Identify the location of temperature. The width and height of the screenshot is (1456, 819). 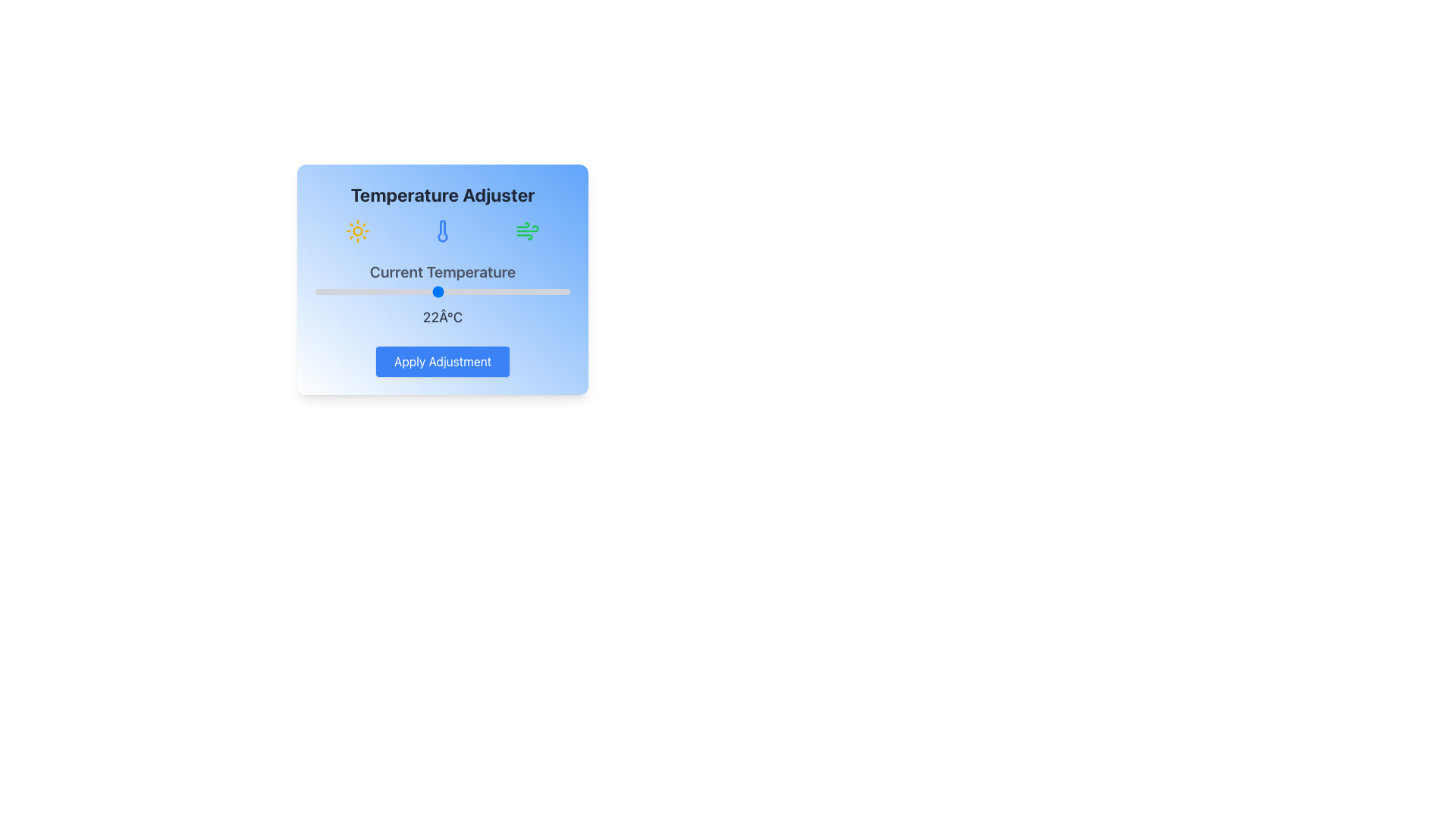
(334, 292).